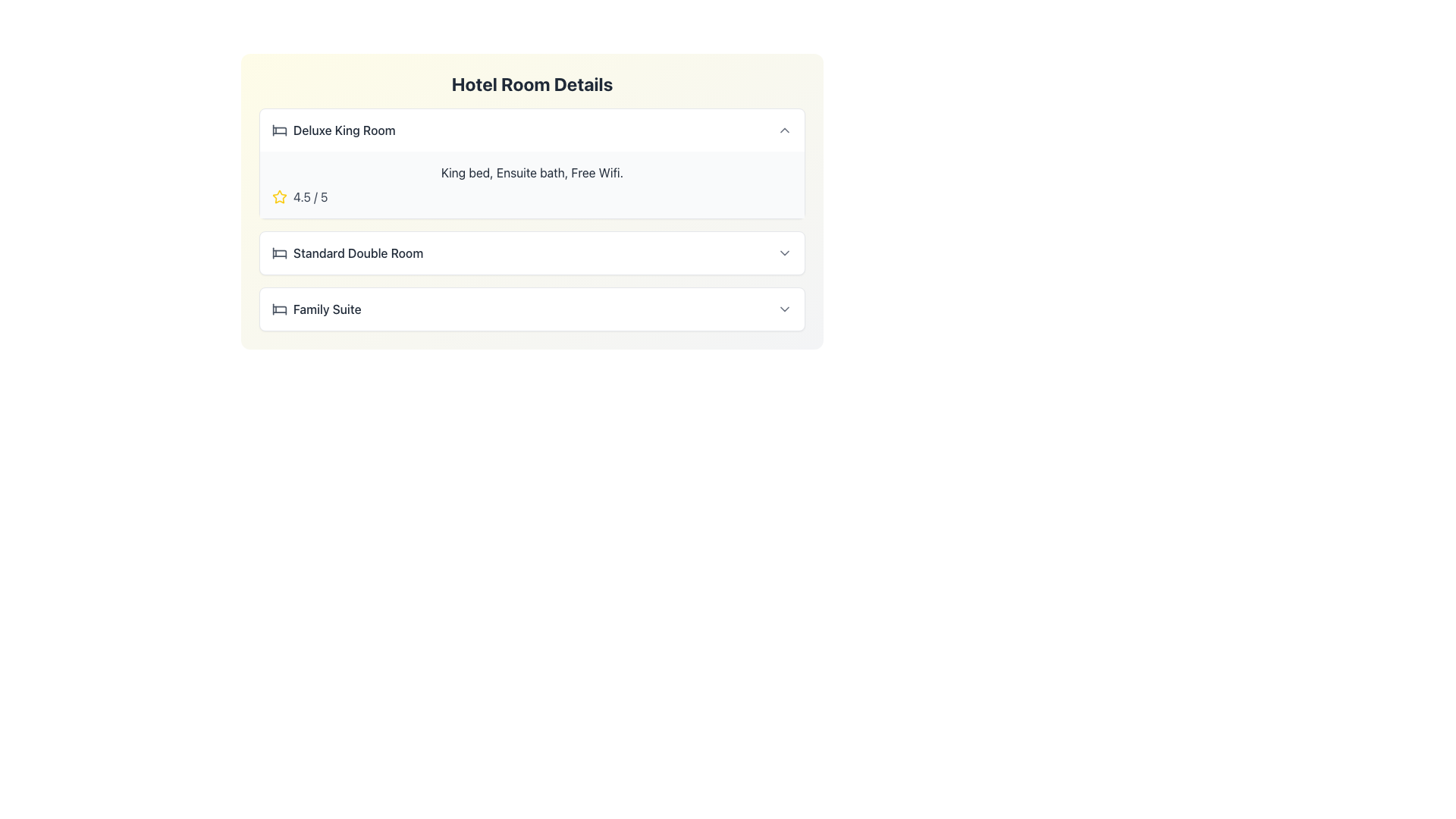 This screenshot has height=819, width=1456. What do you see at coordinates (532, 309) in the screenshot?
I see `the 'Family Suite' interactive list item` at bounding box center [532, 309].